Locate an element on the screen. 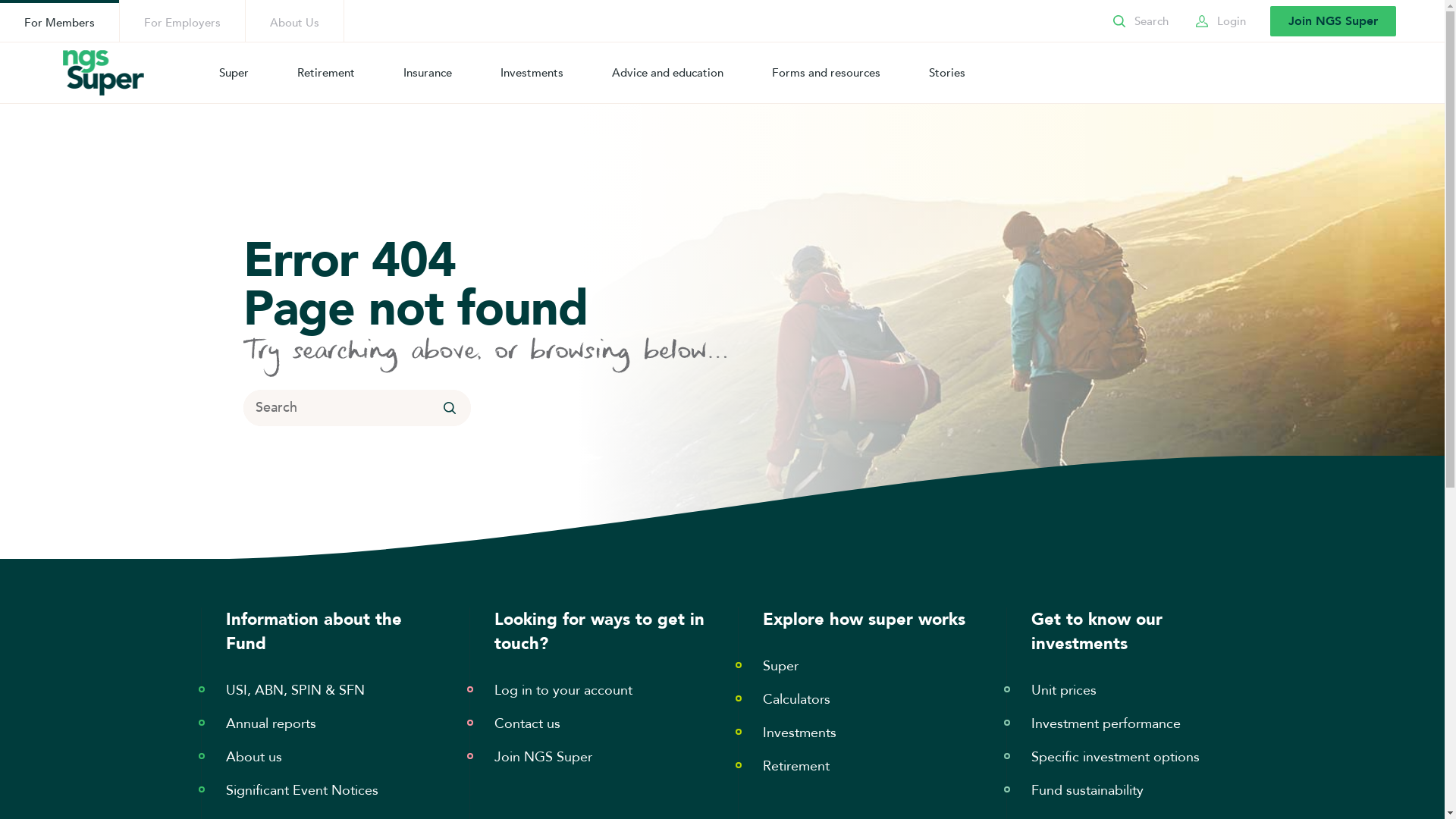  'Log in to your account' is located at coordinates (494, 690).